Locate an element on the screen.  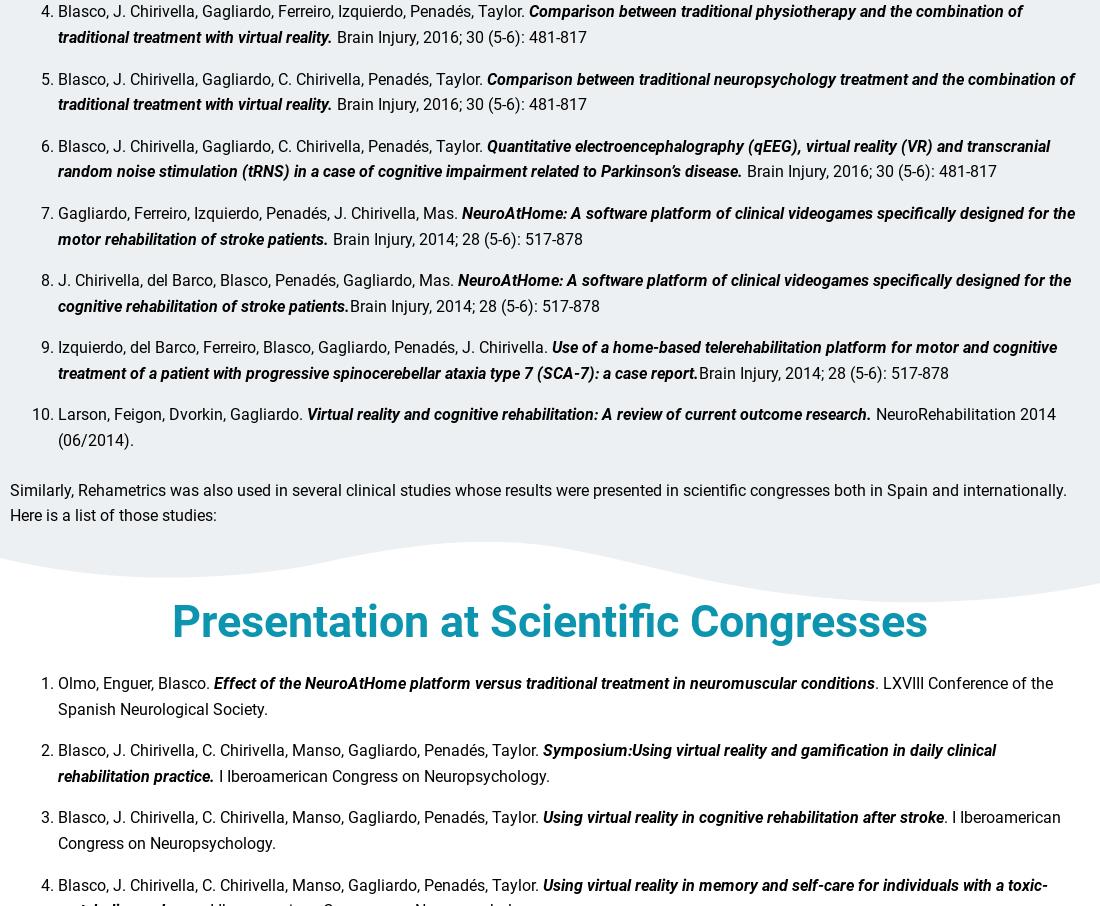
'Larson, Feigon, Dvorkin, Gagliardo.' is located at coordinates (181, 423).